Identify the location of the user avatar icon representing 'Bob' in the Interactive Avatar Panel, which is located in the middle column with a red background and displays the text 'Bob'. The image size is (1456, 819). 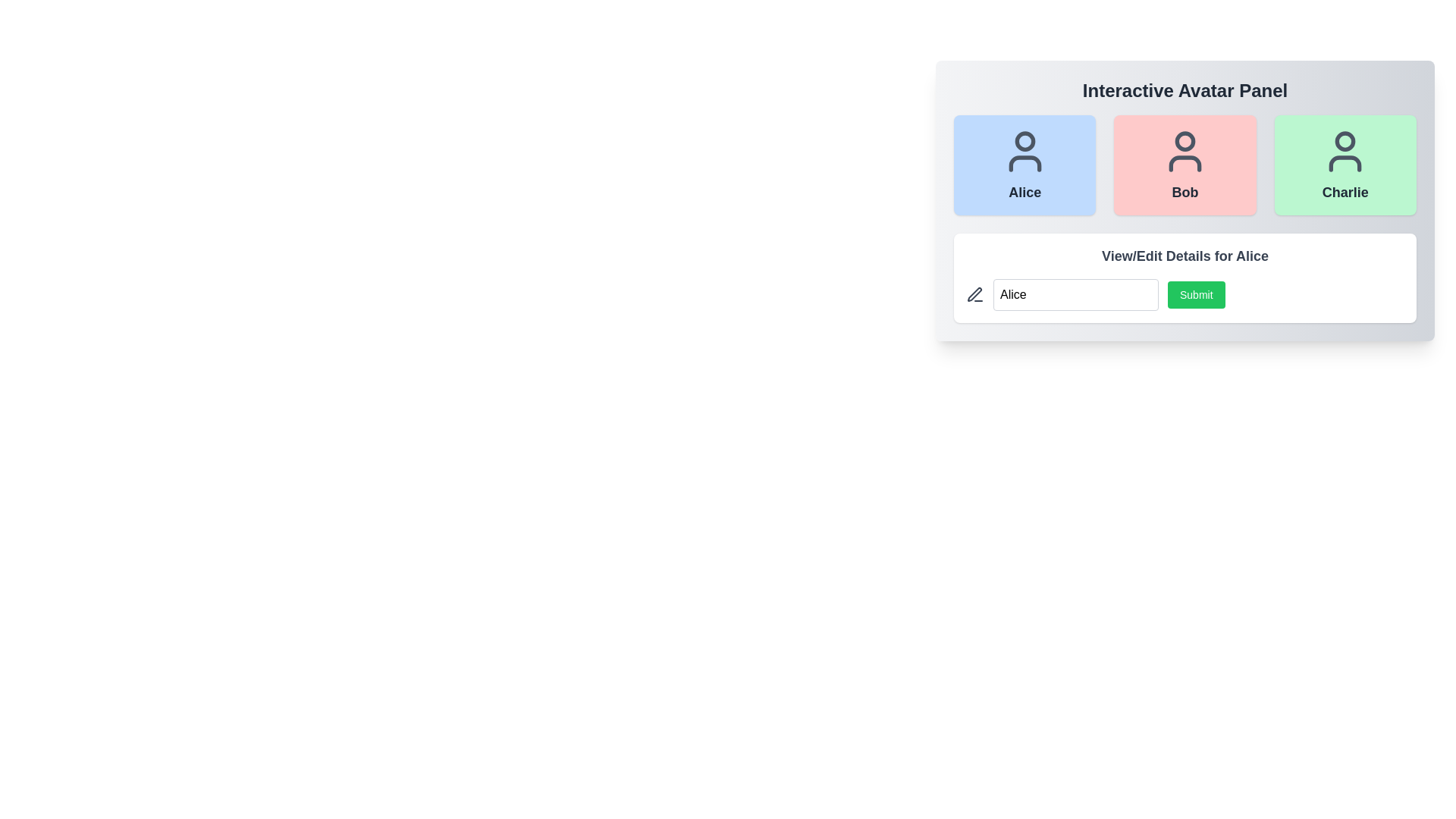
(1185, 152).